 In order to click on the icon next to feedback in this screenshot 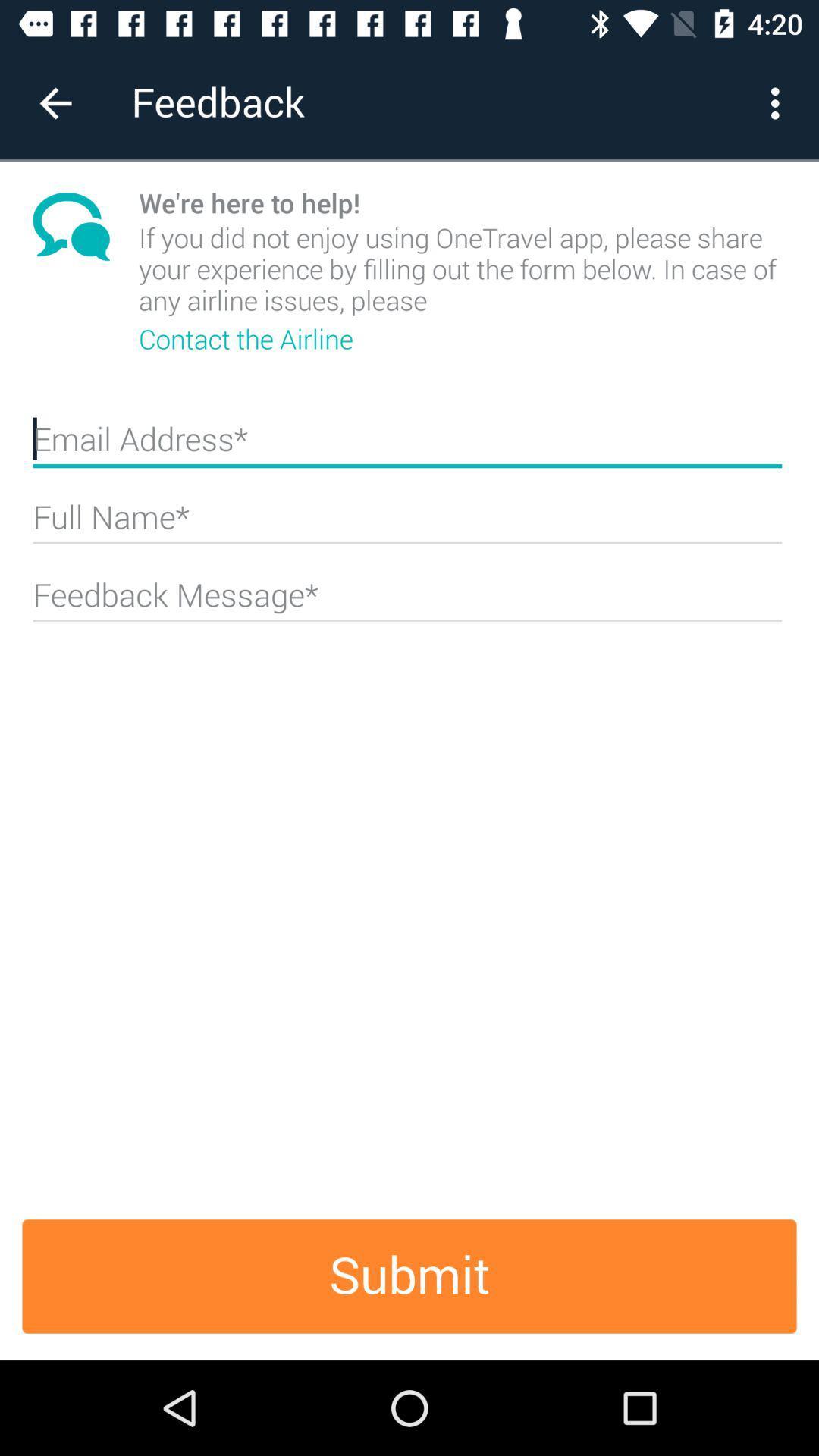, I will do `click(55, 102)`.